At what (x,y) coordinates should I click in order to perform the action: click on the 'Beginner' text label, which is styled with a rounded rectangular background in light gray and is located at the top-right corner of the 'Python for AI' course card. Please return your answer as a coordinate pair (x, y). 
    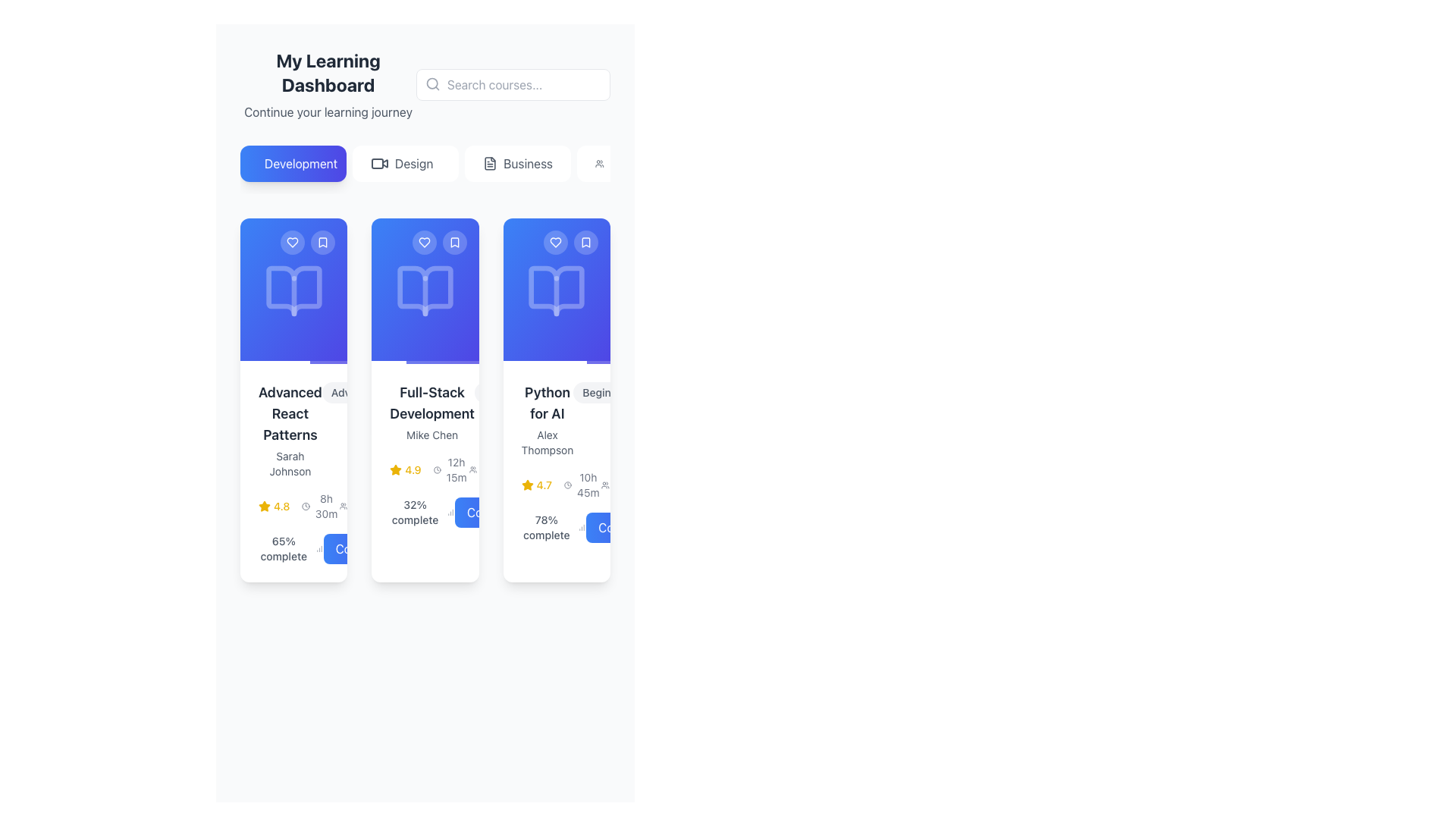
    Looking at the image, I should click on (604, 391).